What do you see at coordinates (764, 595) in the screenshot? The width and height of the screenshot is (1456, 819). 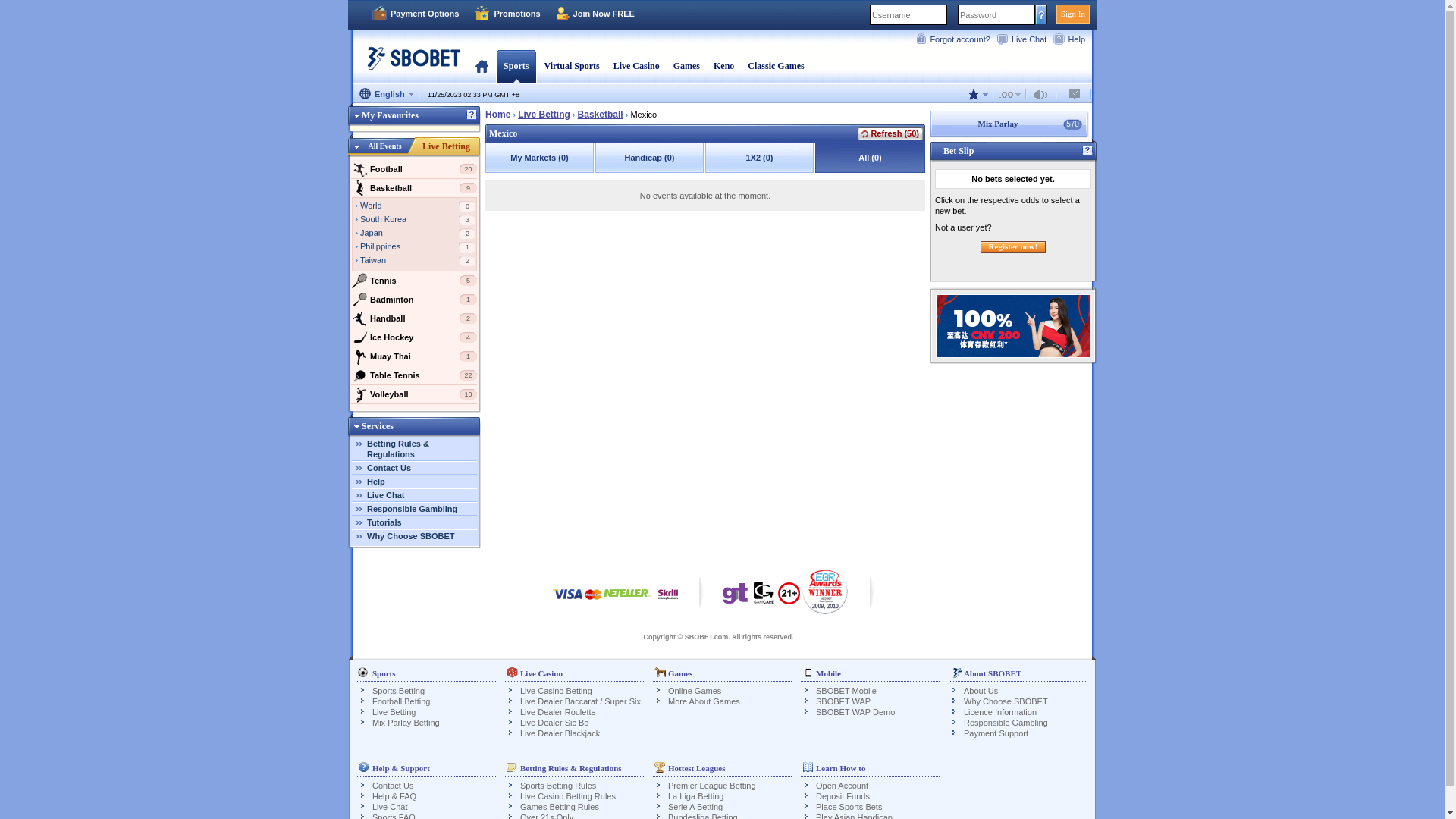 I see `'Responsible Gambling - Visit GamCare'` at bounding box center [764, 595].